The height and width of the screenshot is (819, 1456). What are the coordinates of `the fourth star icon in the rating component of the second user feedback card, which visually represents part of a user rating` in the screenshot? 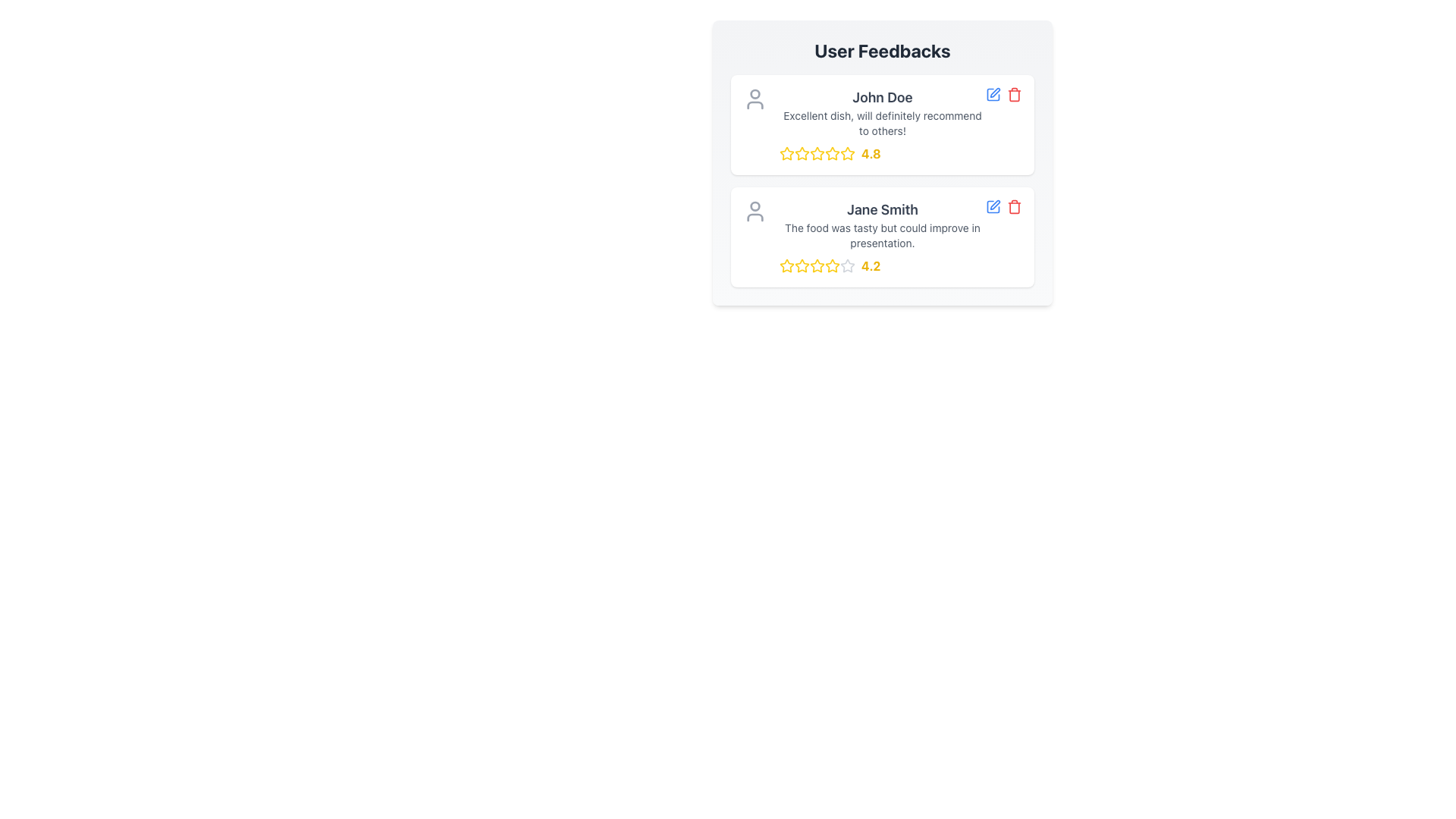 It's located at (847, 265).